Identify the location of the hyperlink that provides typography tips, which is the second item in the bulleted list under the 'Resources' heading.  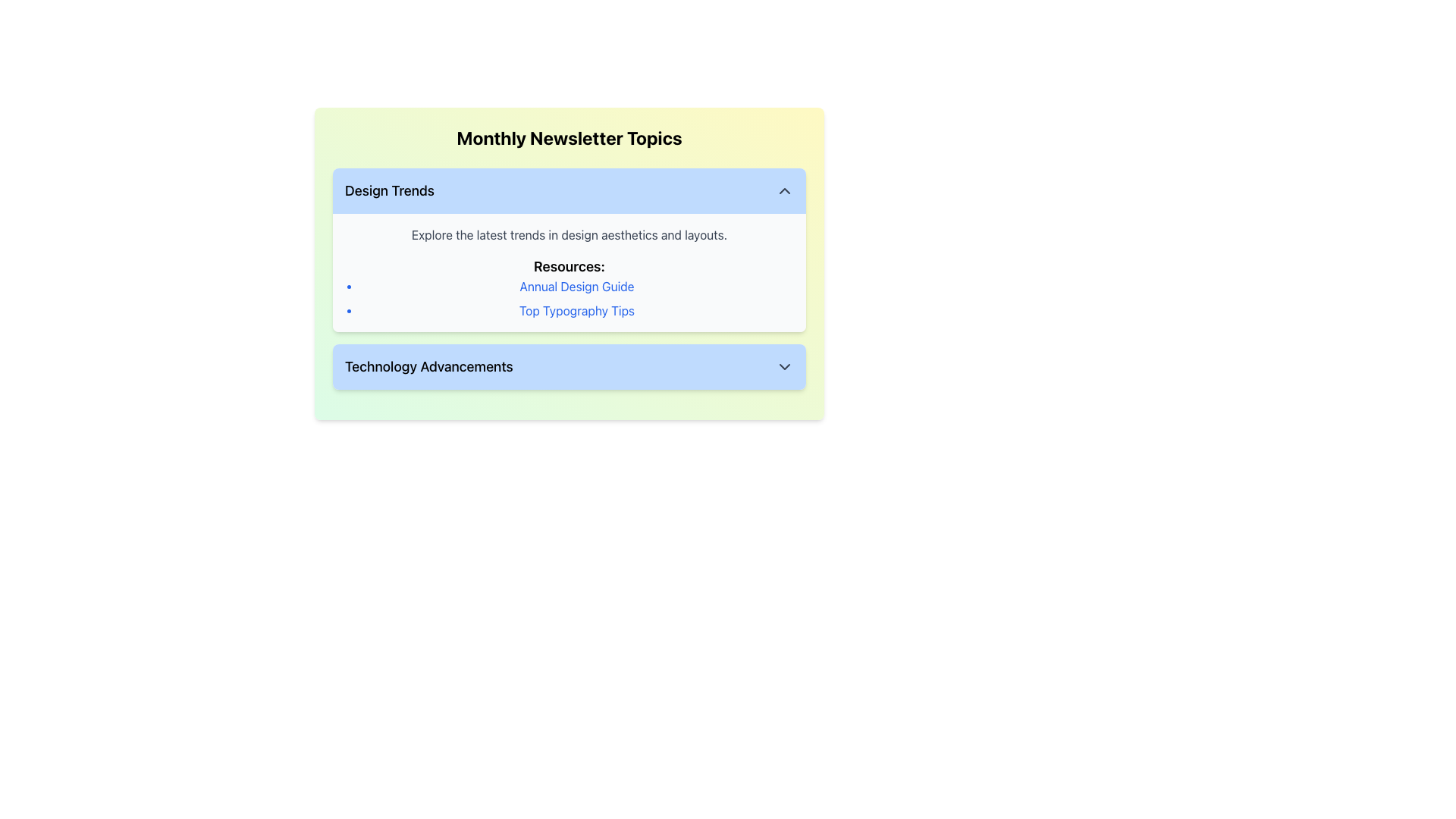
(576, 309).